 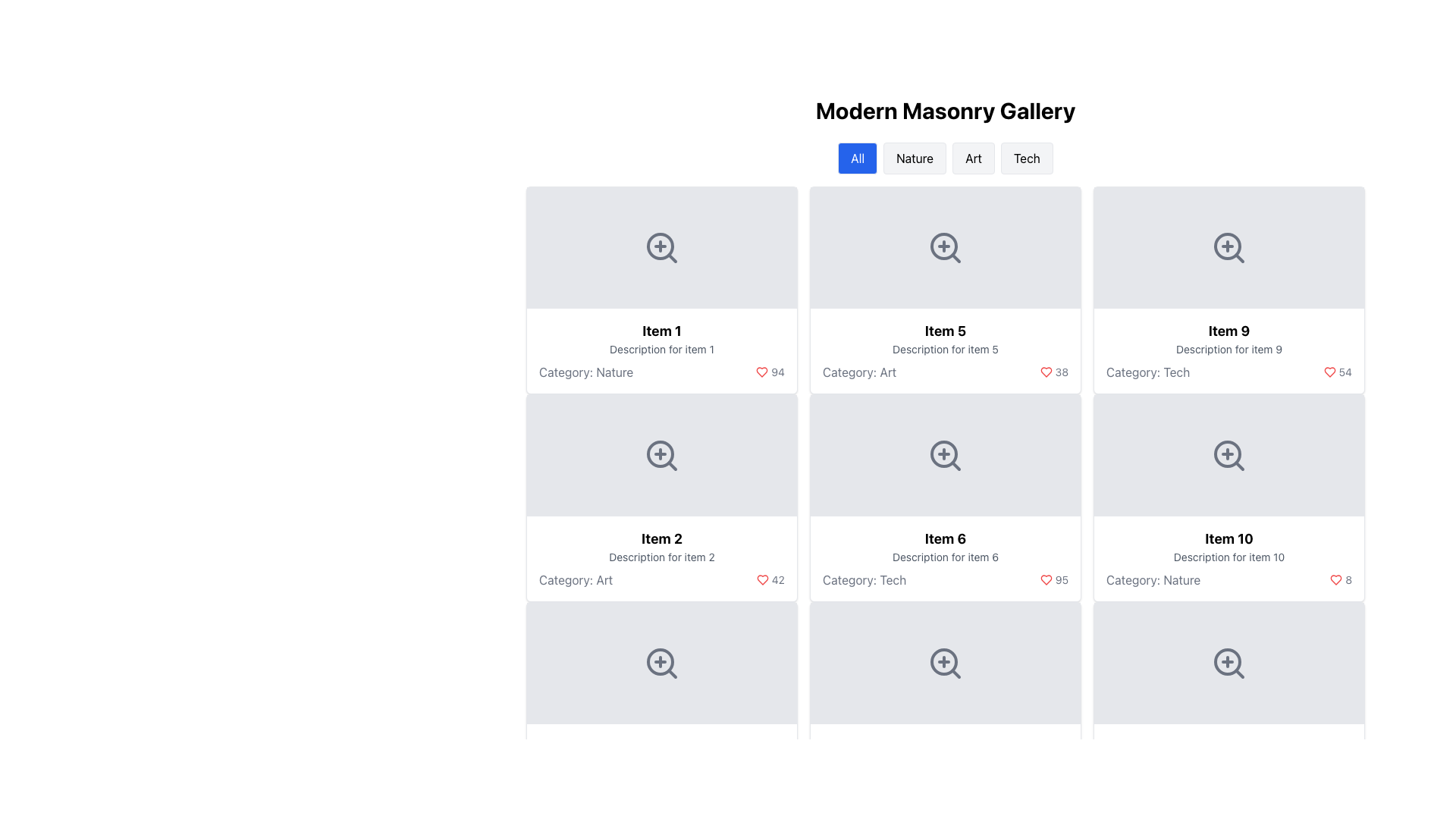 I want to click on the Information Card located in the Modern Masonry Gallery layout, positioned in the third column and third row, below the title 'Item 9' and above the category and numerical likes indicator, so click(x=1229, y=350).